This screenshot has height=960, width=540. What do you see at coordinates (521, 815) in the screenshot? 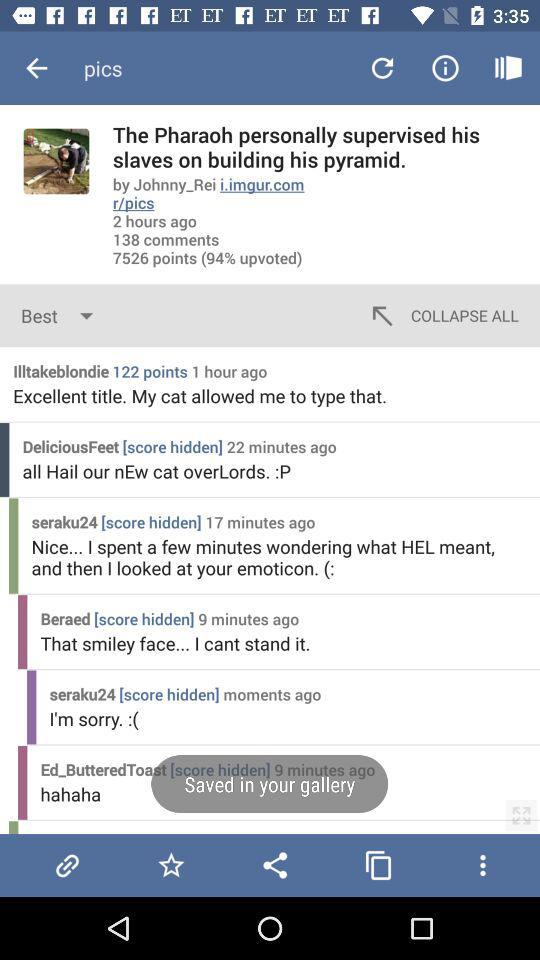
I see `view option` at bounding box center [521, 815].